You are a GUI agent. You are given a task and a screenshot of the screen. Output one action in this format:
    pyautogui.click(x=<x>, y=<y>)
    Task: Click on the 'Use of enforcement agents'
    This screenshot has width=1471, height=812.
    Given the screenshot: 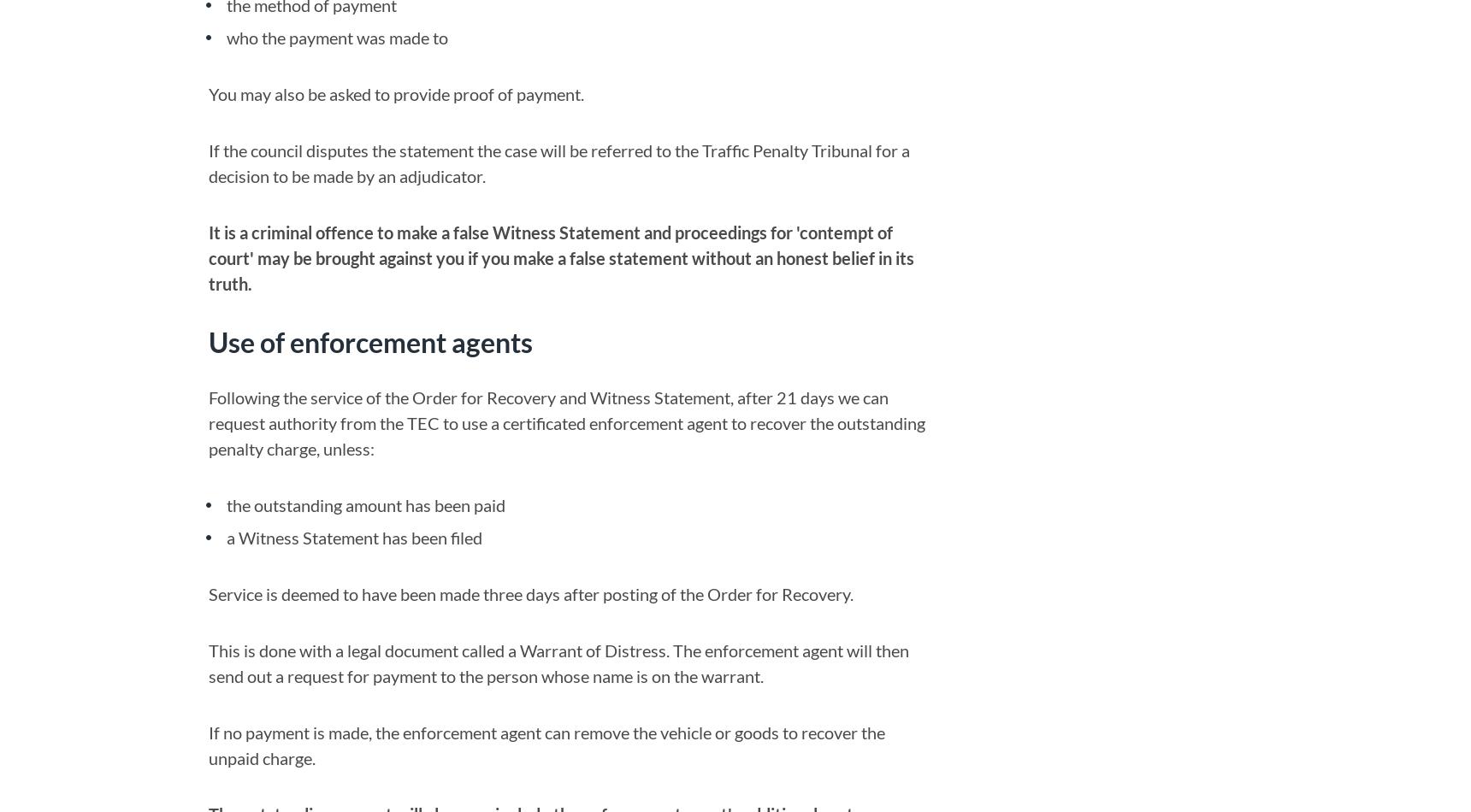 What is the action you would take?
    pyautogui.click(x=369, y=340)
    